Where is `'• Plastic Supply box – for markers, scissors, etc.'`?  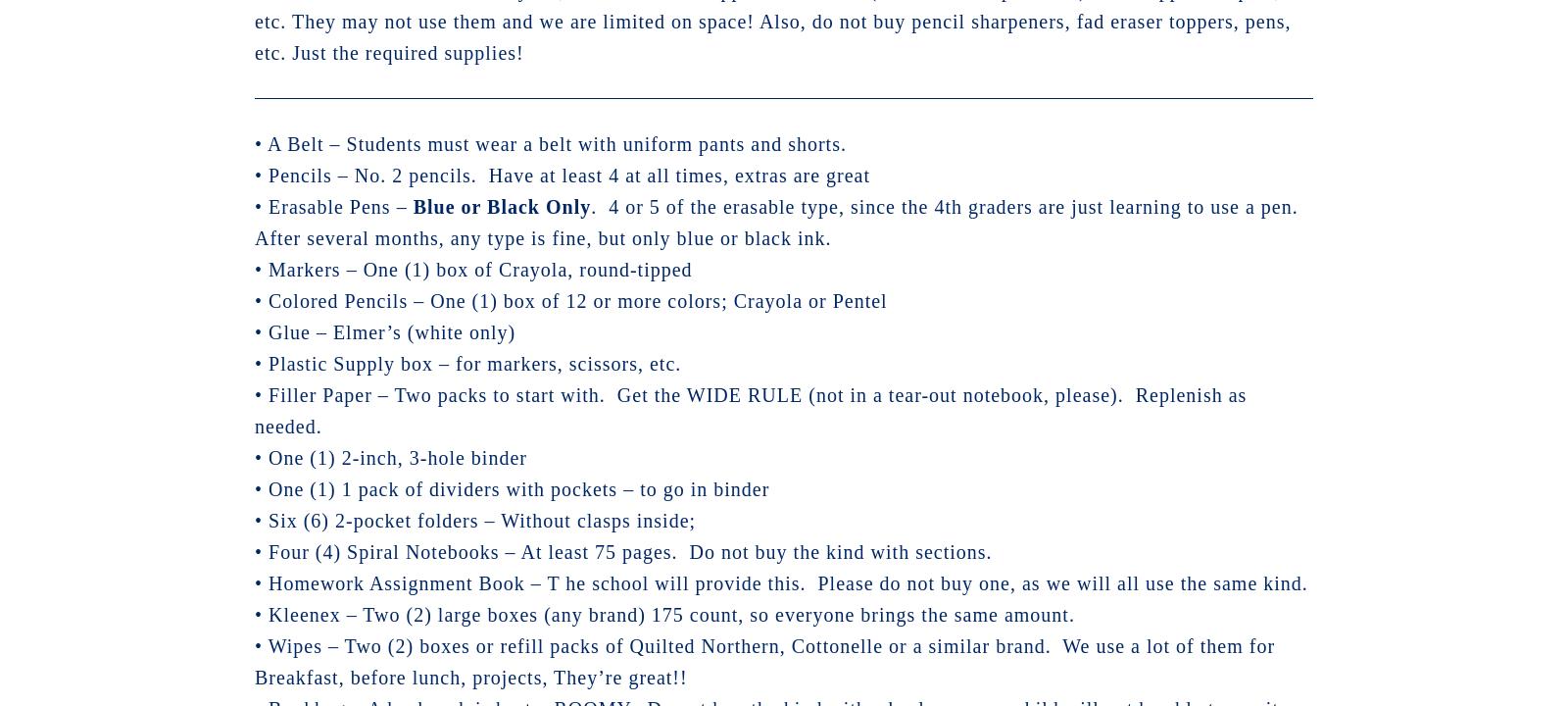 '• Plastic Supply box – for markers, scissors, etc.' is located at coordinates (466, 363).